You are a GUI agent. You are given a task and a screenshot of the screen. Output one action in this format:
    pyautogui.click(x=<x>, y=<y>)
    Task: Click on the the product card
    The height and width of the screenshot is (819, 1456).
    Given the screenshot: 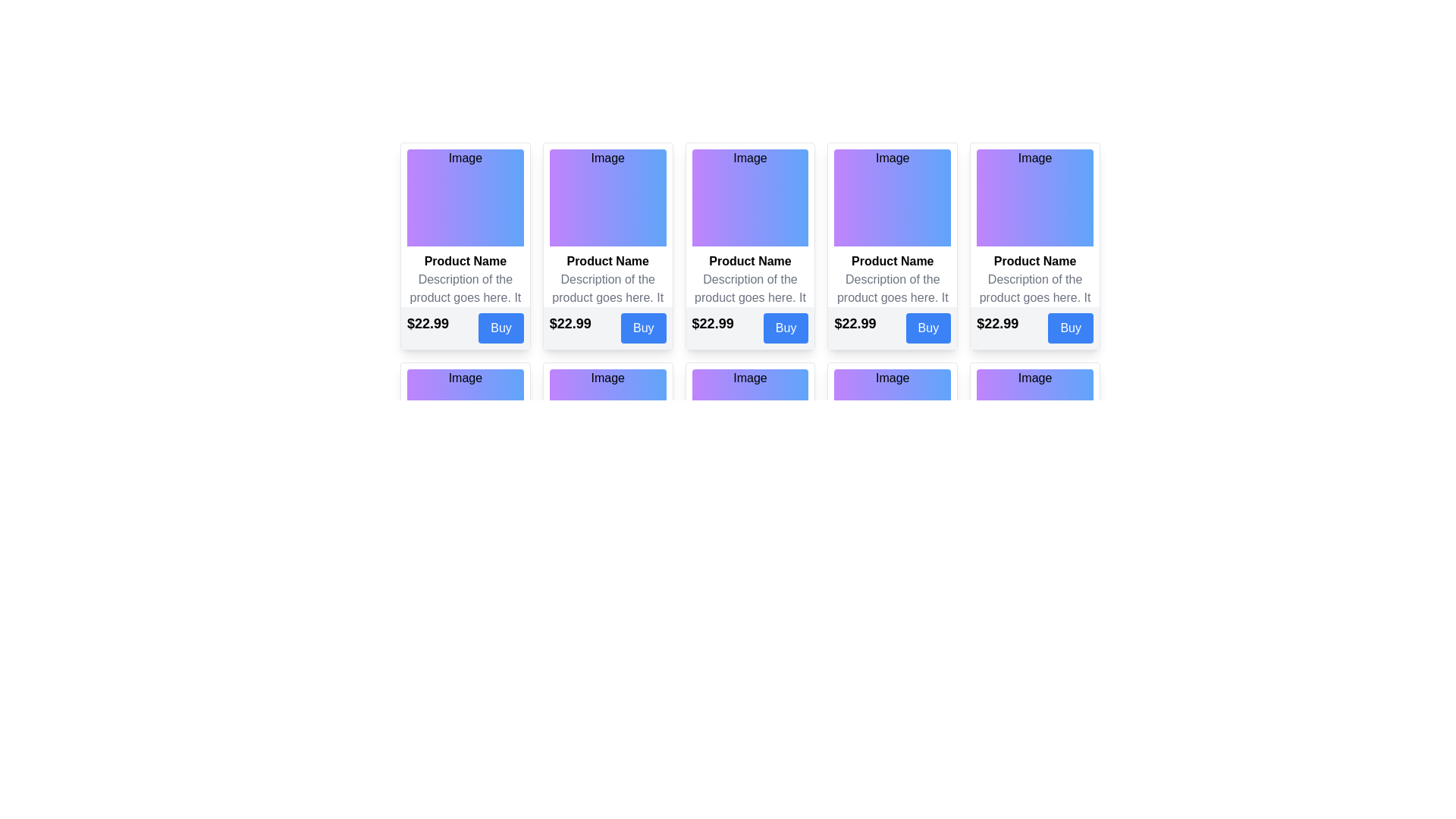 What is the action you would take?
    pyautogui.click(x=1034, y=245)
    